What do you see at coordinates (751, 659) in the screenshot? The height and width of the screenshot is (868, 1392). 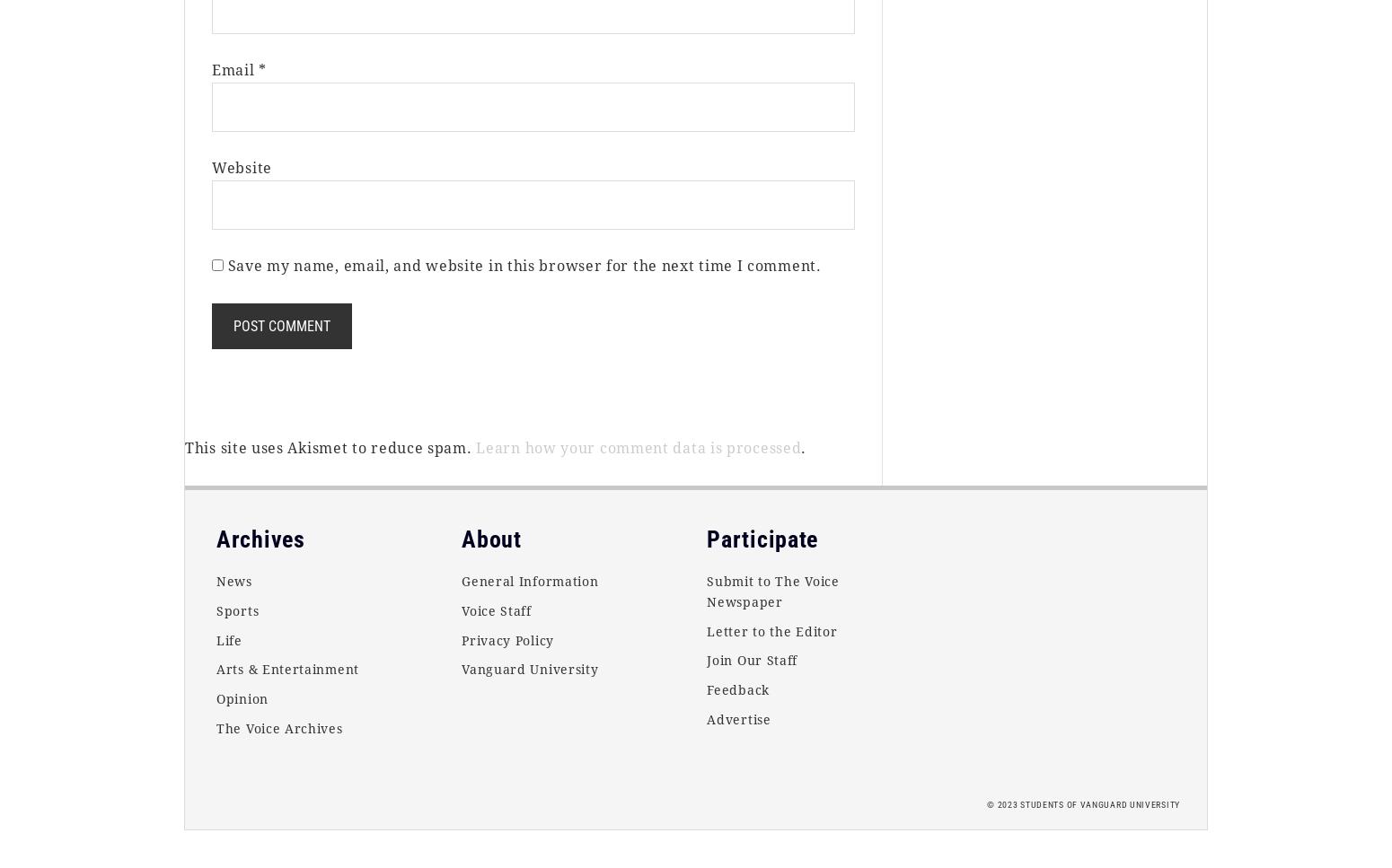 I see `'Join Our Staff'` at bounding box center [751, 659].